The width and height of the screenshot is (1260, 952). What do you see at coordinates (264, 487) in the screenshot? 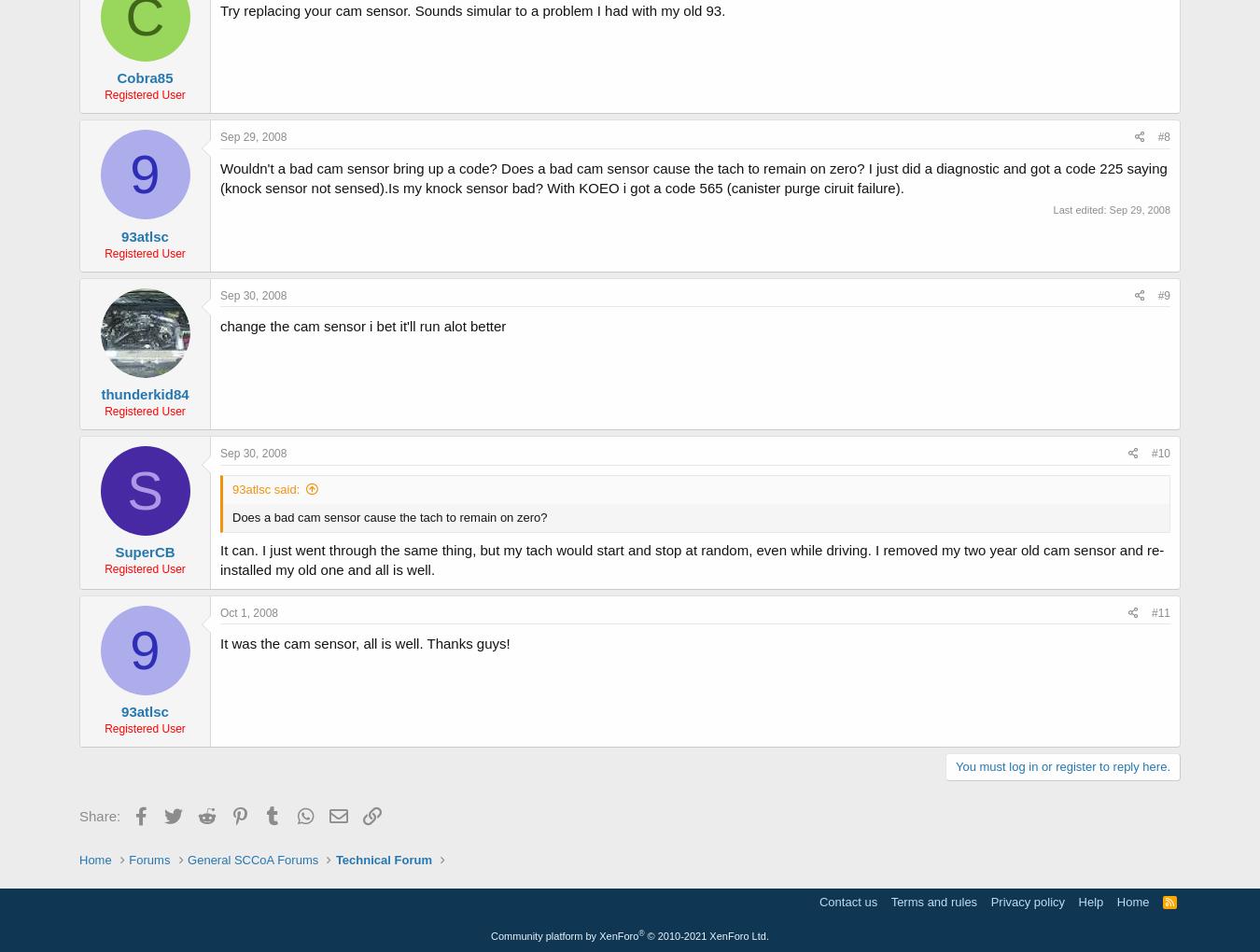
I see `'93atlsc said:'` at bounding box center [264, 487].